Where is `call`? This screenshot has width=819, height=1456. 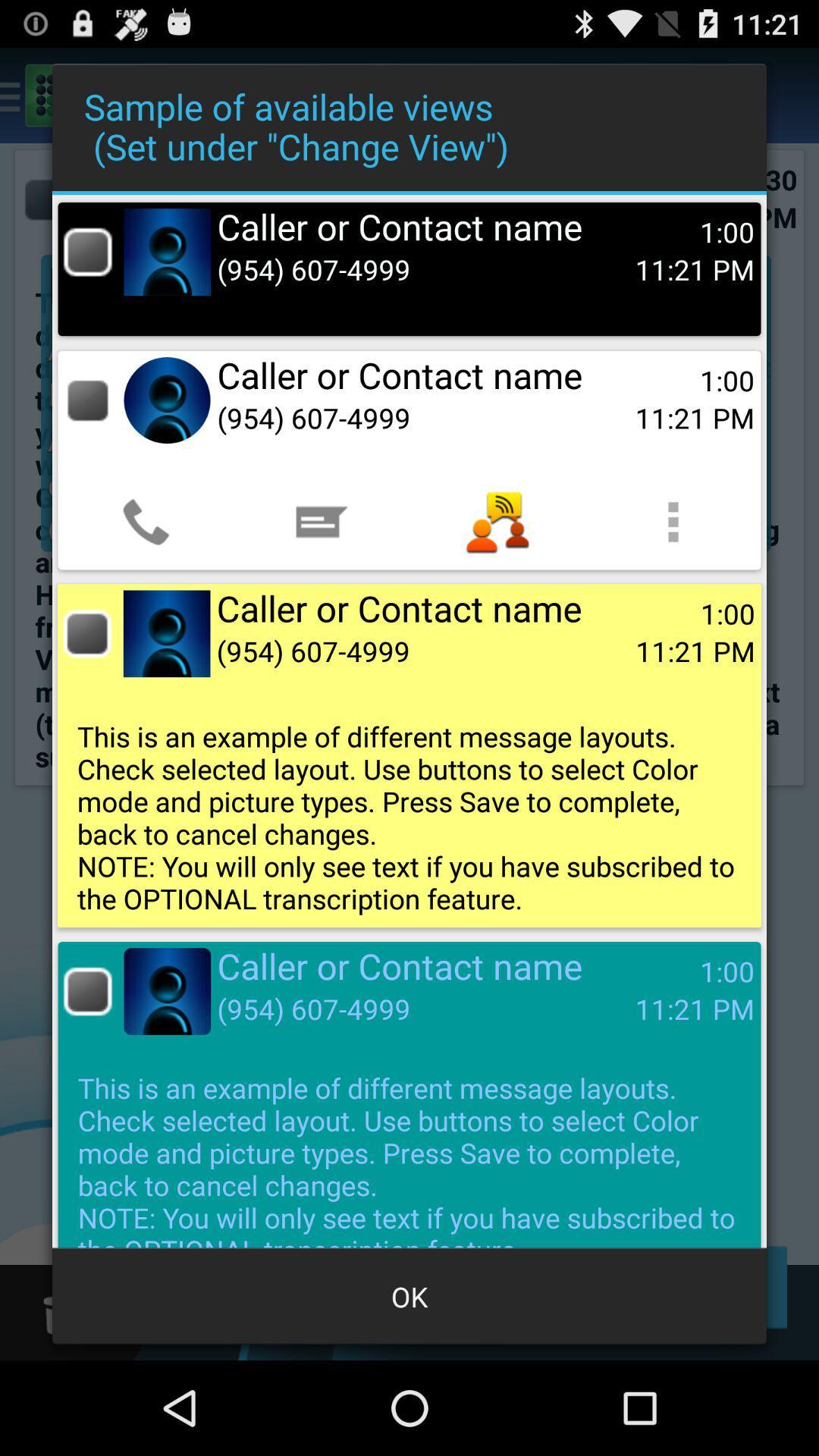 call is located at coordinates (87, 400).